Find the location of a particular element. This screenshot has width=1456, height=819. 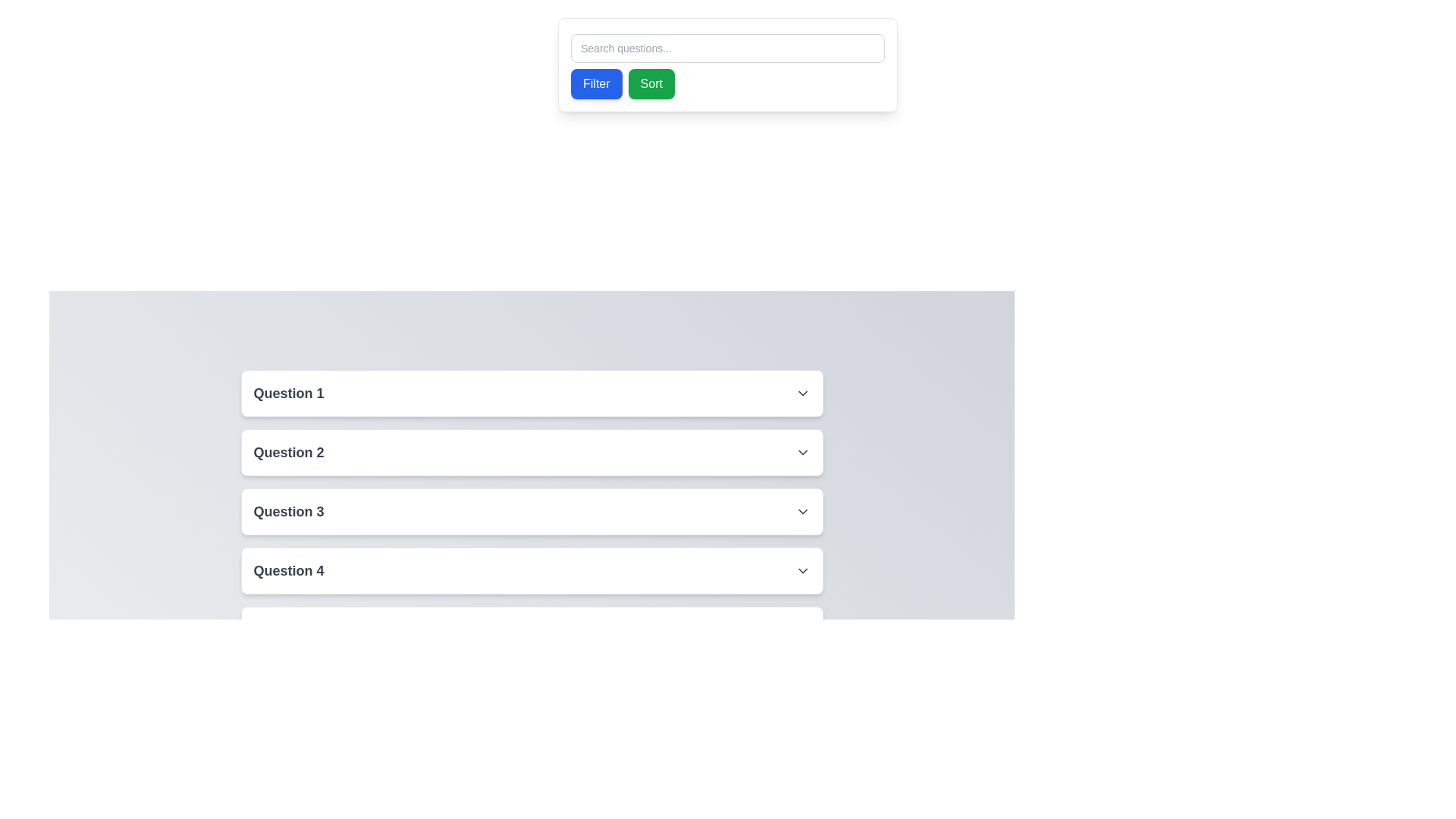

the static text label that serves as a title for the associated question, positioned in the middle-left of the third list item in a vertically arranged series of question elements is located at coordinates (288, 512).